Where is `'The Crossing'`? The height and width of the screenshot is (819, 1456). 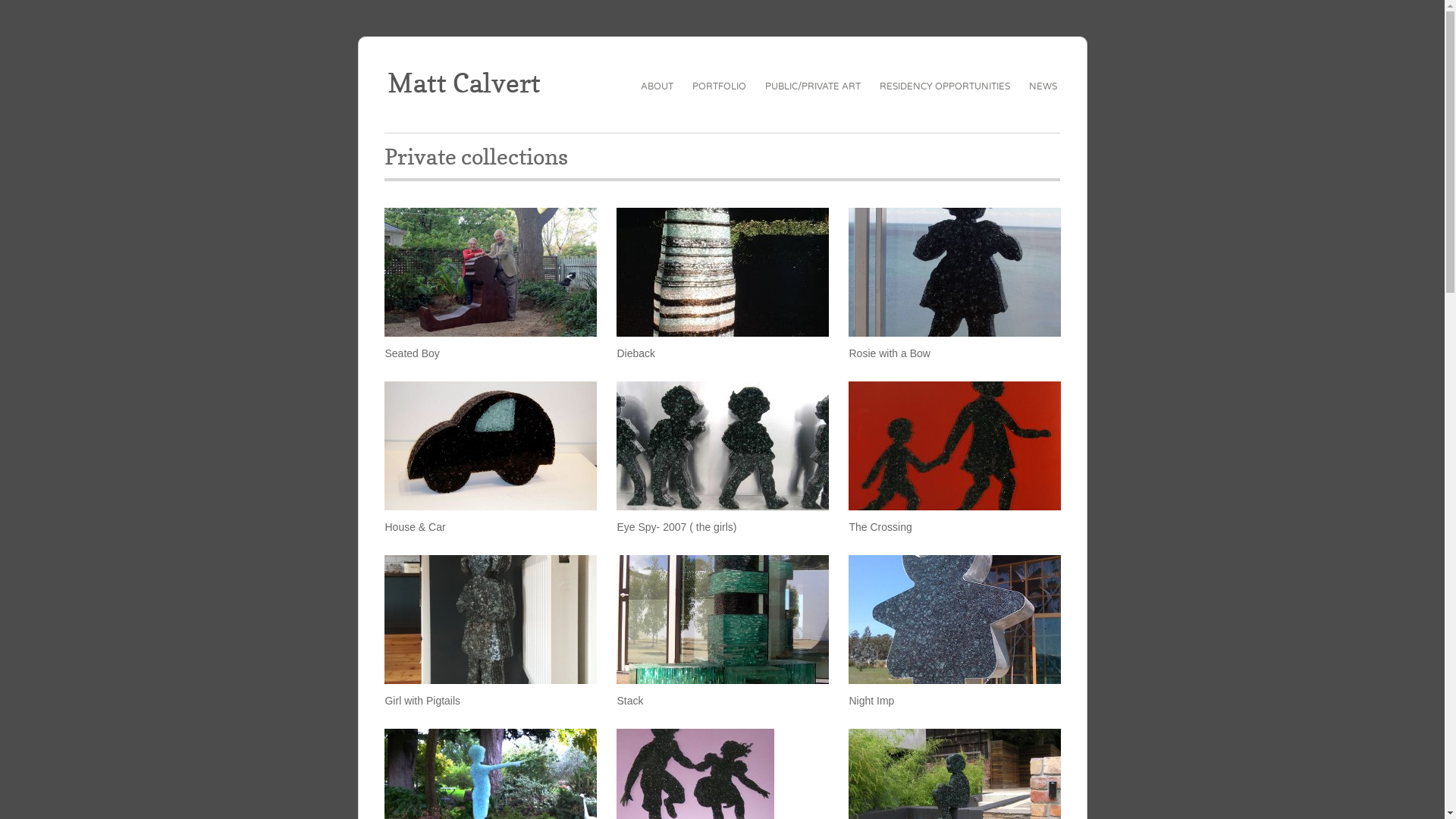 'The Crossing' is located at coordinates (953, 444).